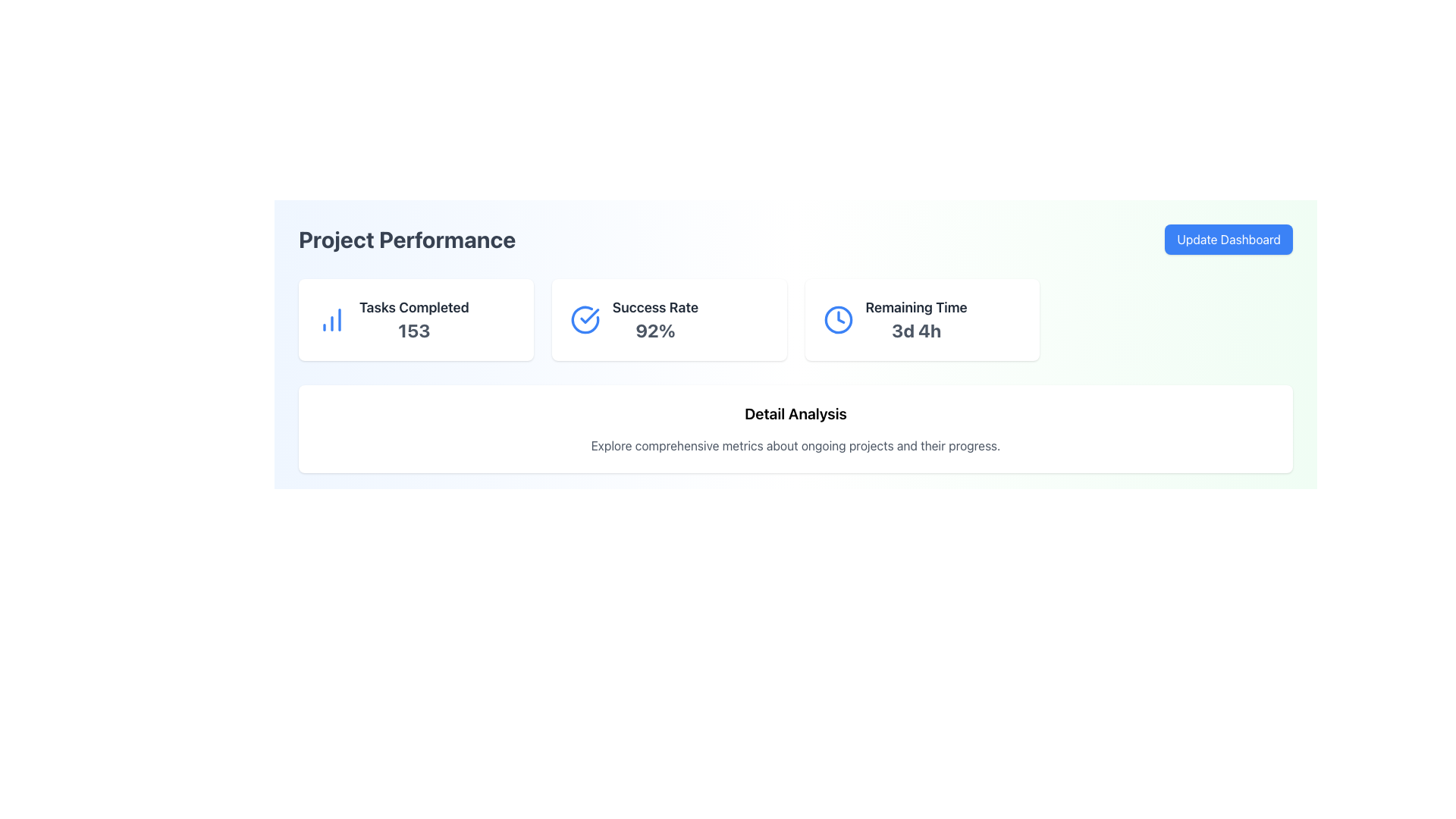  I want to click on the 'Success Rate' text display element which shows '92%' in a larger font beneath 'Success Rate', so click(655, 318).